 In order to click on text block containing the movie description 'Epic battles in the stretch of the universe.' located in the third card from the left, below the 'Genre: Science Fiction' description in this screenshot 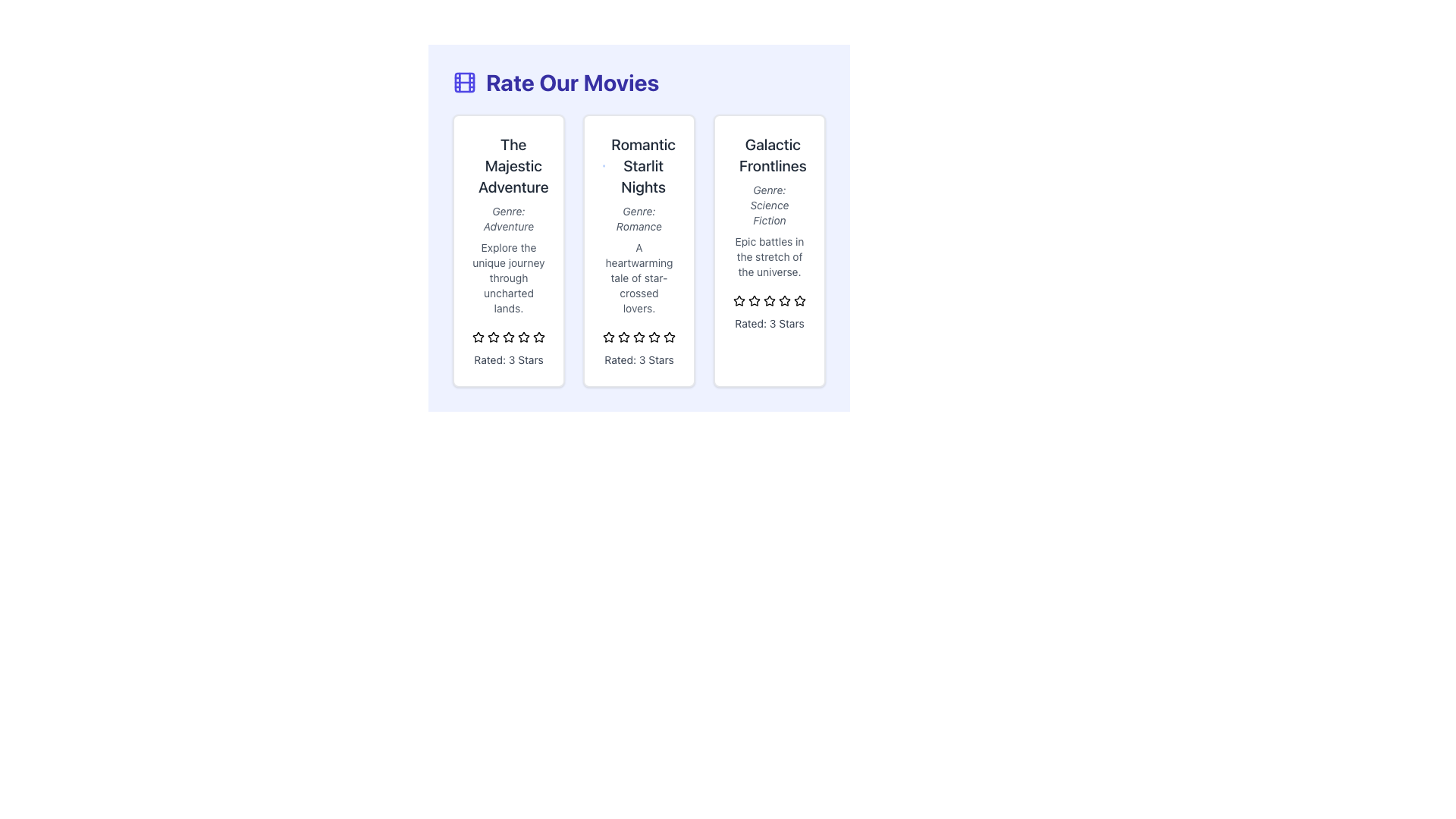, I will do `click(769, 256)`.